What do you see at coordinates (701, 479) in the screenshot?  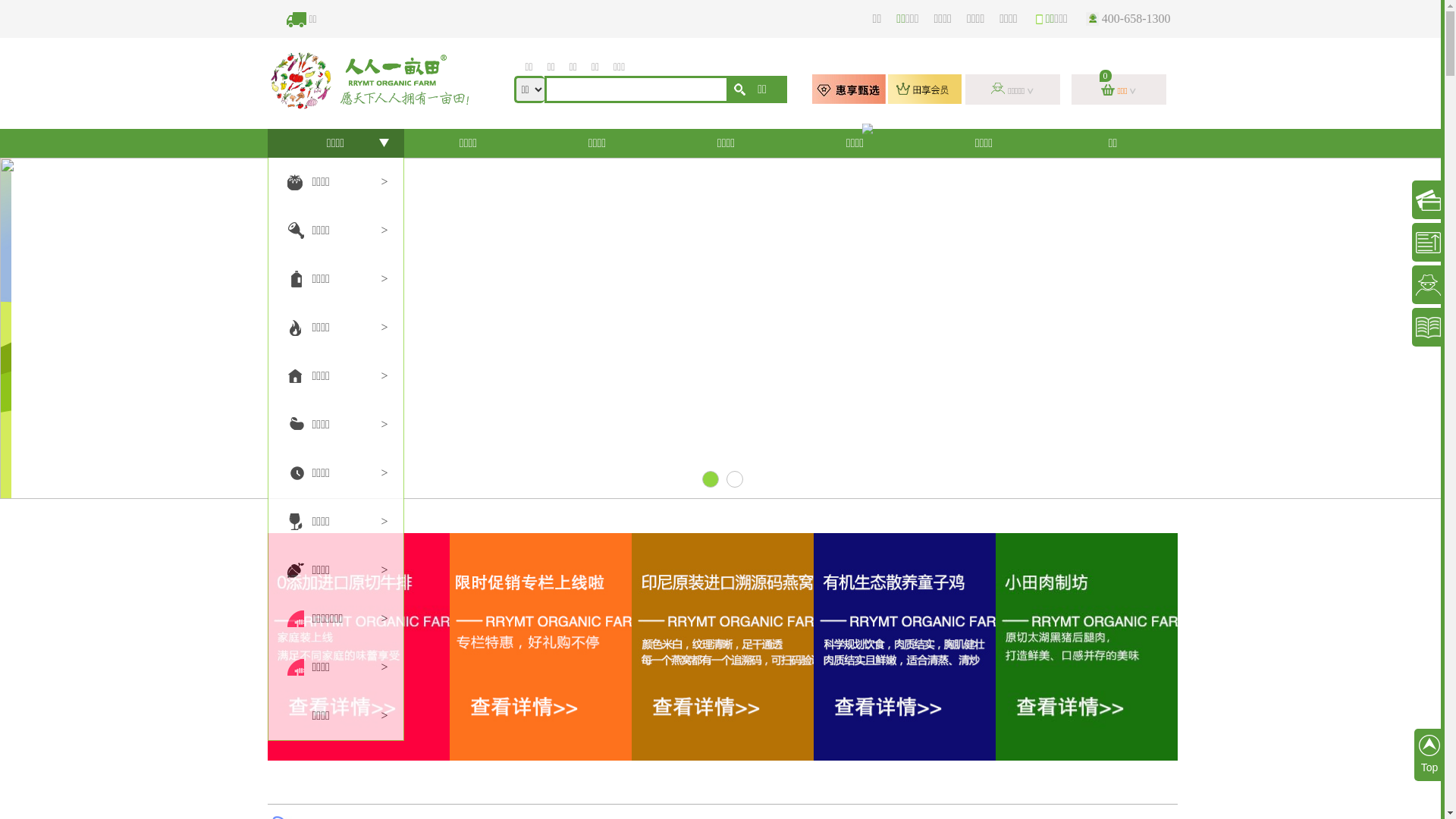 I see `'1'` at bounding box center [701, 479].